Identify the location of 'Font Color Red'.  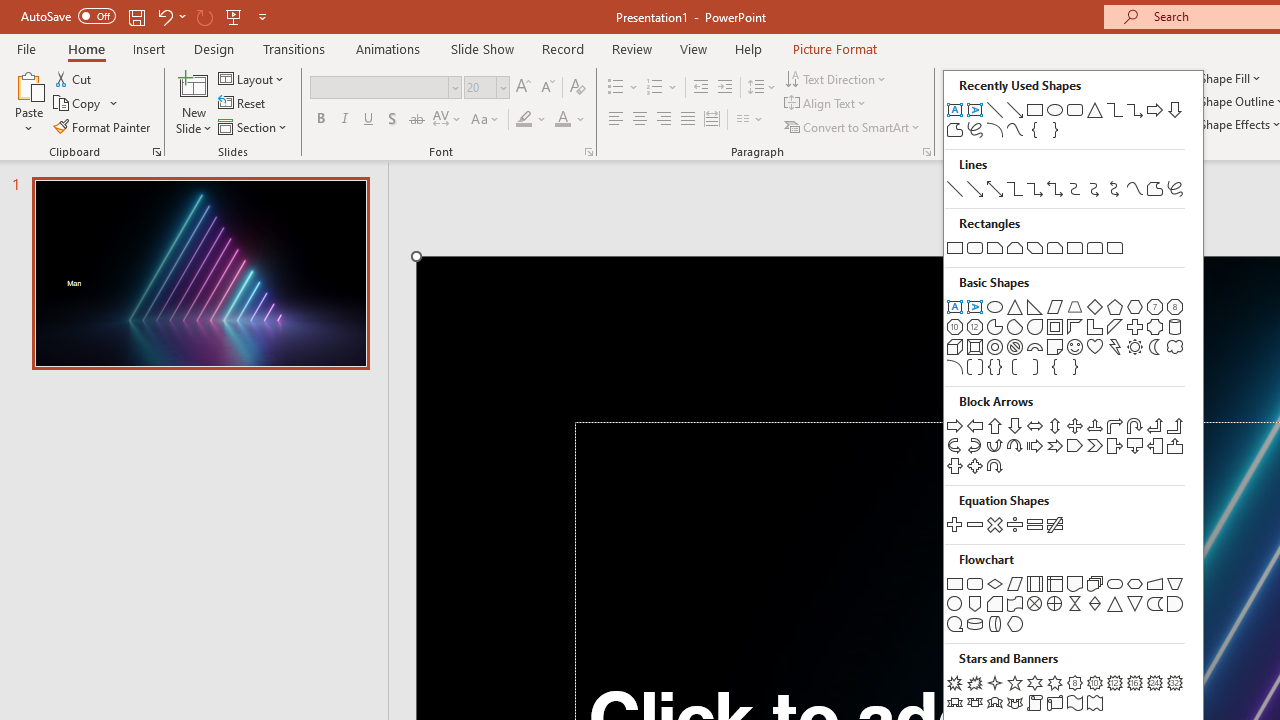
(561, 119).